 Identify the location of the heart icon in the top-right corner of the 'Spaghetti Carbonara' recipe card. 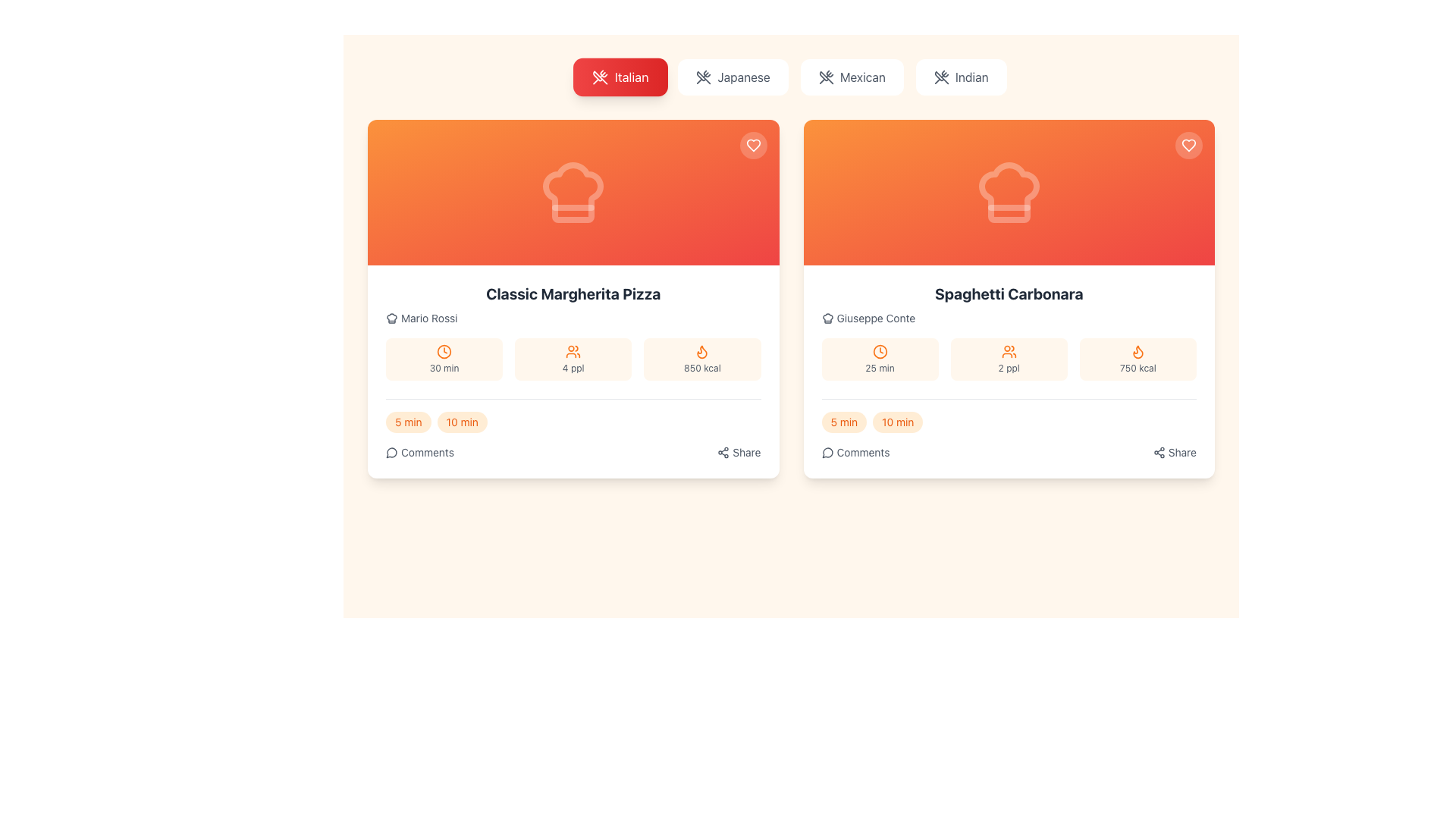
(1188, 146).